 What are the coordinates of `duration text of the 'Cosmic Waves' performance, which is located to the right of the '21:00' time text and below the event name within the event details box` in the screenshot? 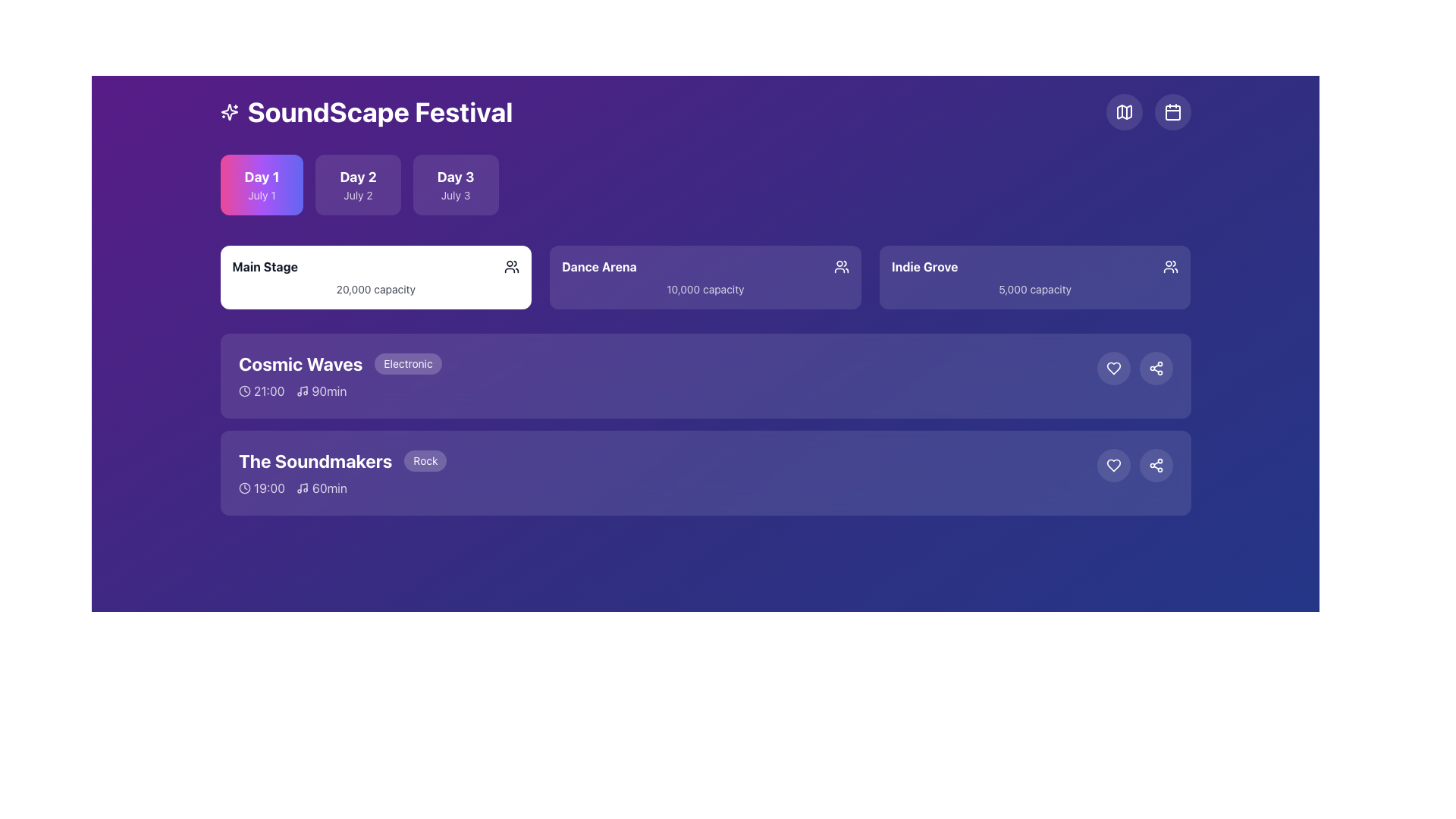 It's located at (320, 391).